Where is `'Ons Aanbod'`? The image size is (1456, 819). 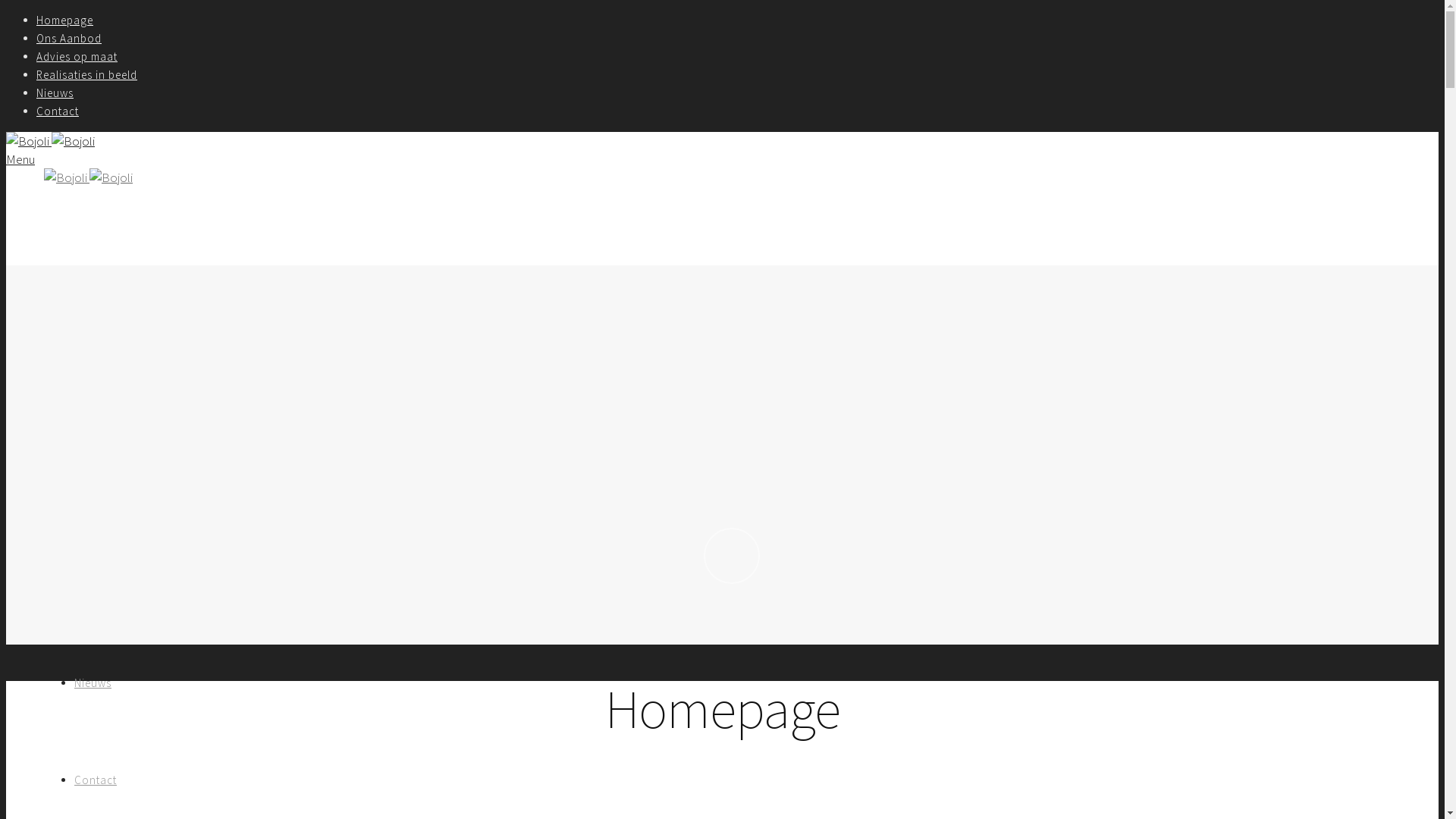
'Ons Aanbod' is located at coordinates (73, 391).